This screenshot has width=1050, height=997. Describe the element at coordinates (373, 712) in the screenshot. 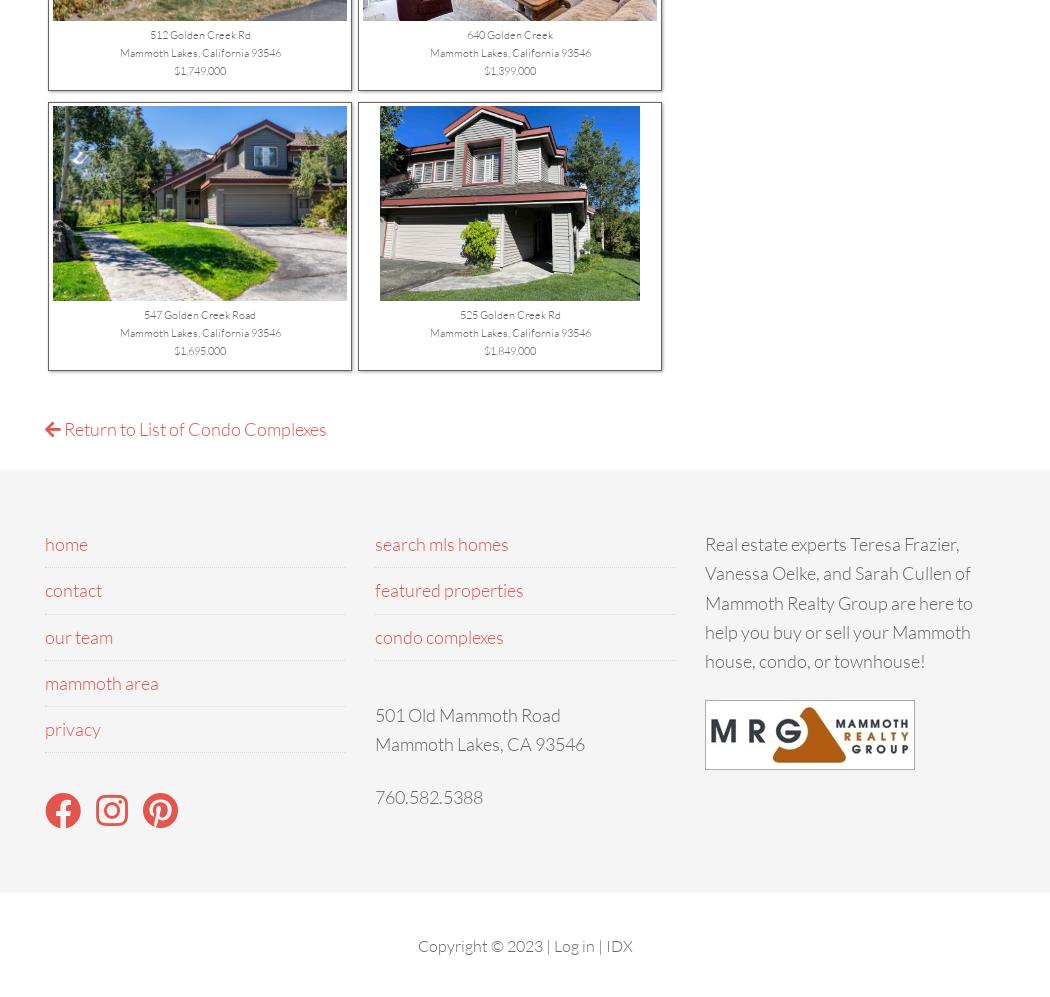

I see `'501 Old Mammoth Road'` at that location.